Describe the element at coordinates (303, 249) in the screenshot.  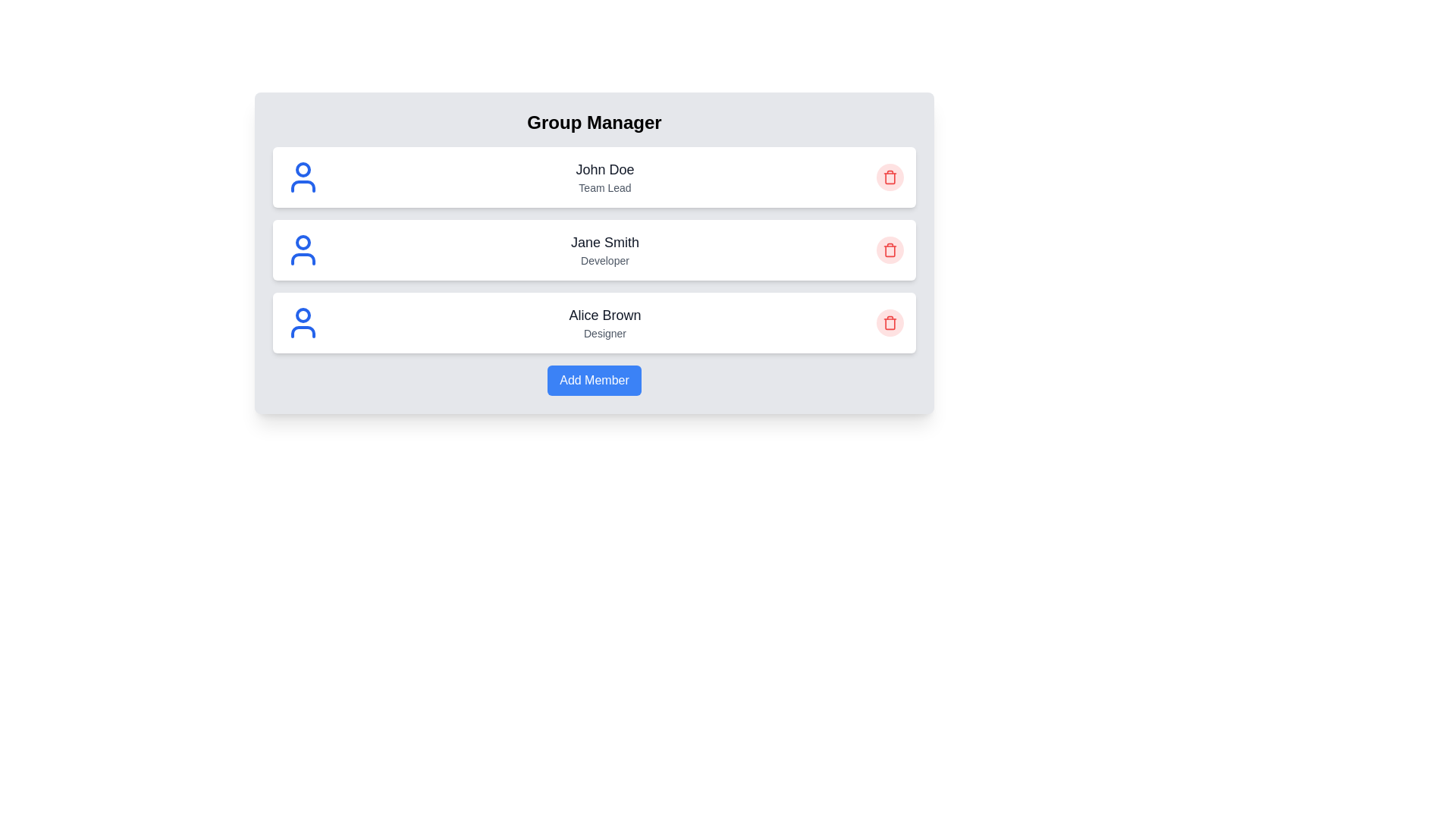
I see `the blue user icon representing 'Jane Smith', a Developer, located in the second row of the 'Group Manager' section` at that location.